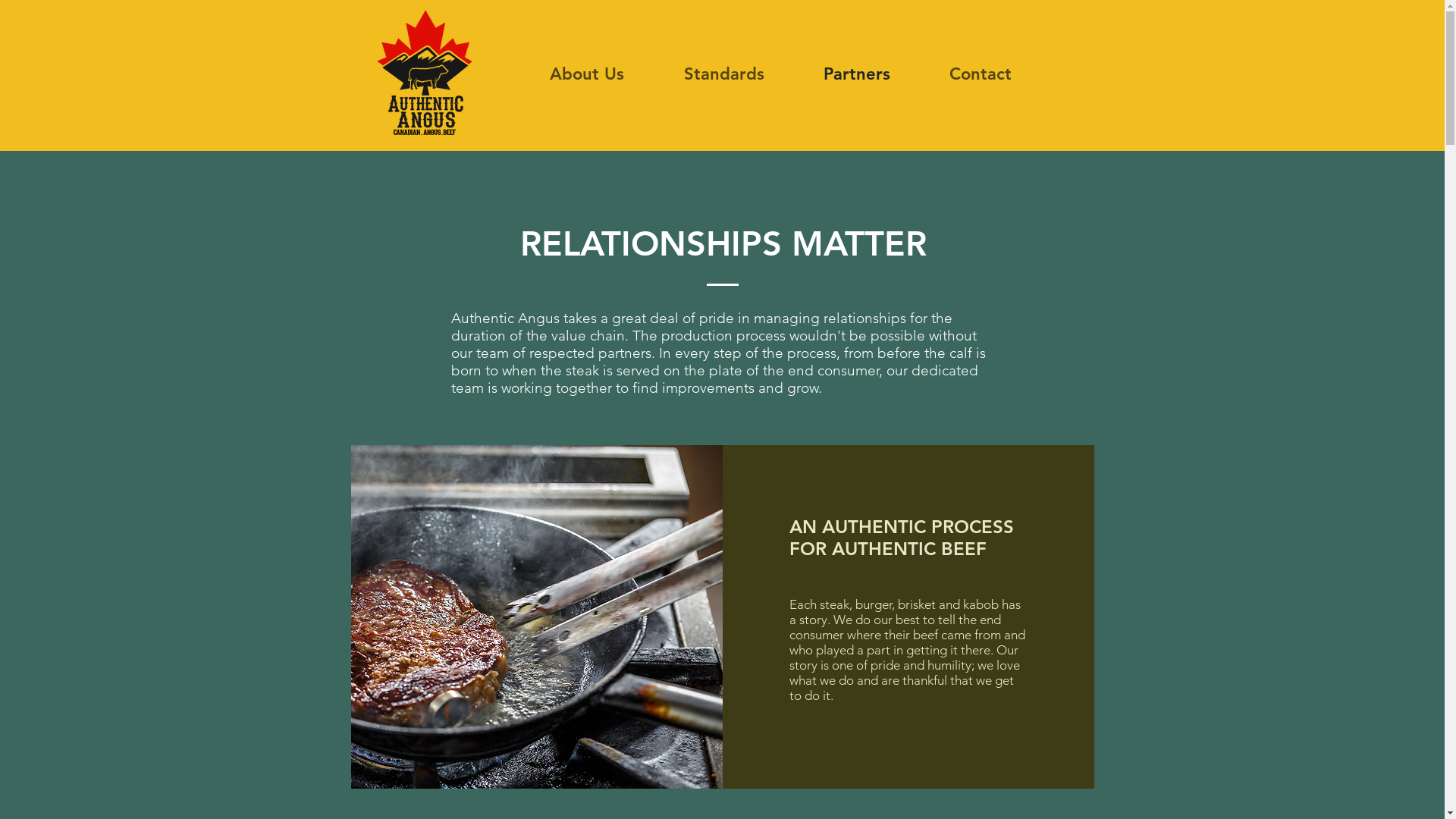  Describe the element at coordinates (723, 74) in the screenshot. I see `'Standards'` at that location.